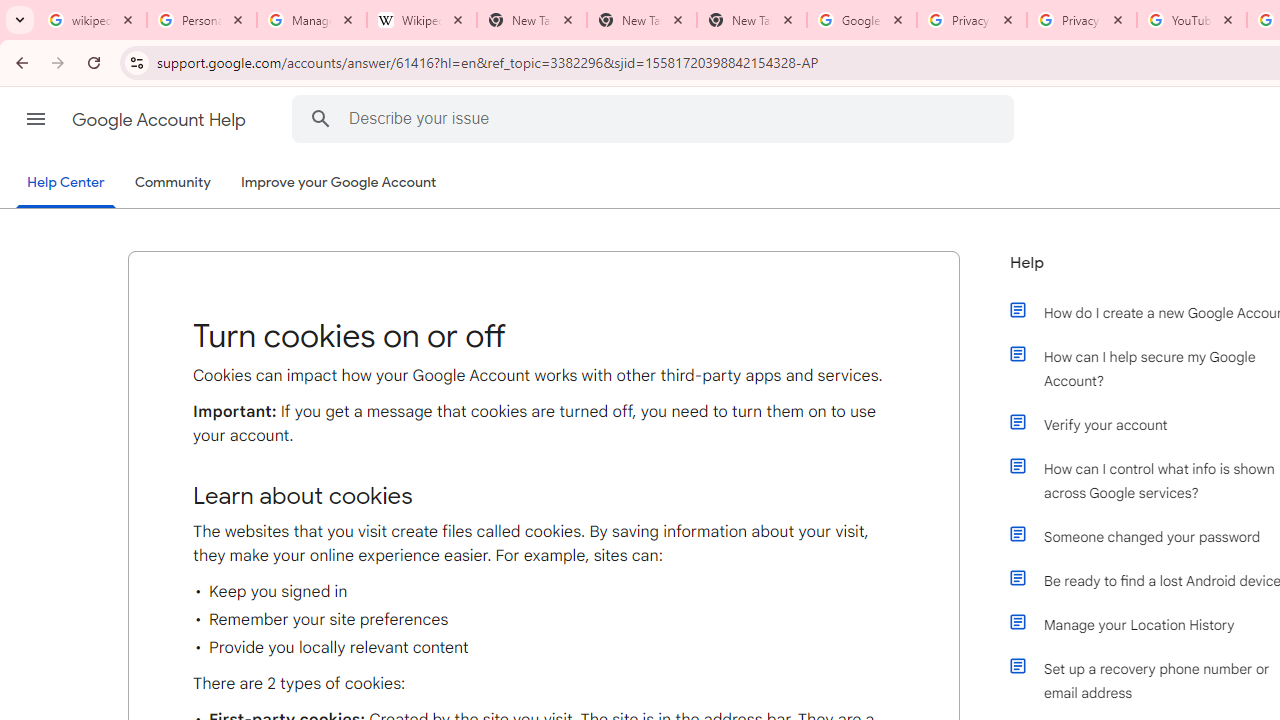 The width and height of the screenshot is (1280, 720). Describe the element at coordinates (35, 119) in the screenshot. I see `'Main menu'` at that location.